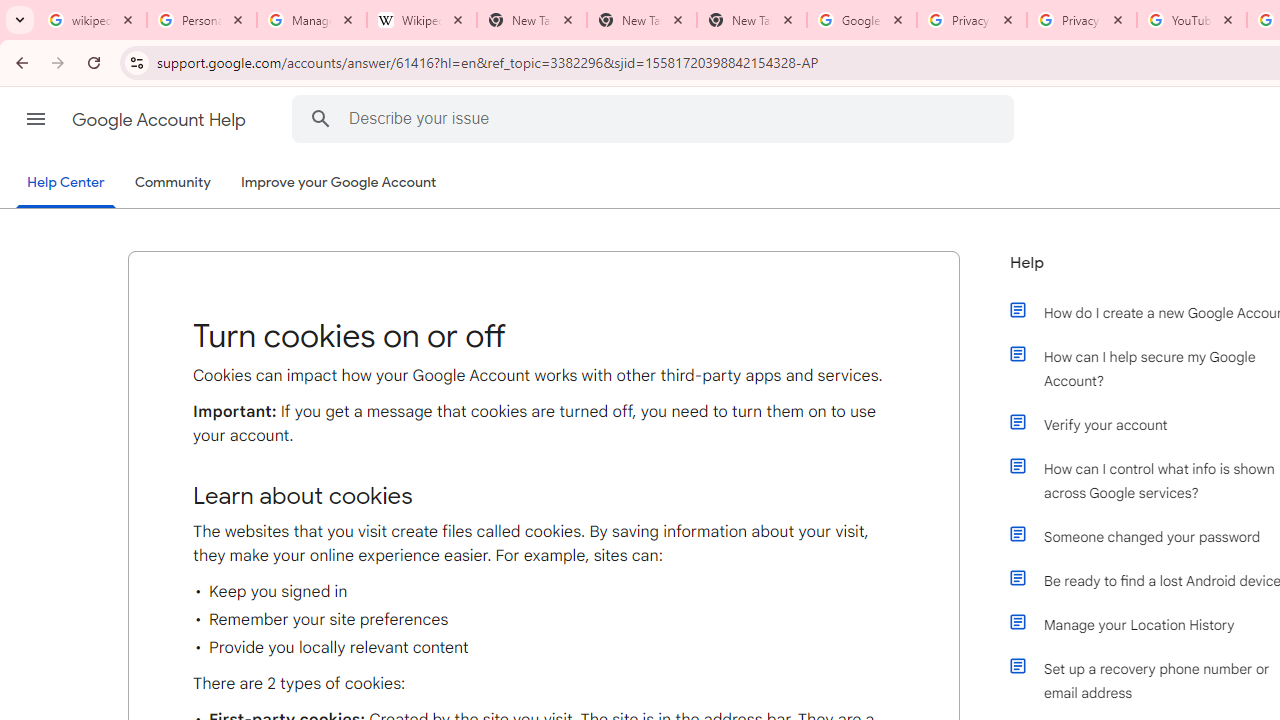 The width and height of the screenshot is (1280, 720). Describe the element at coordinates (35, 119) in the screenshot. I see `'Main menu'` at that location.